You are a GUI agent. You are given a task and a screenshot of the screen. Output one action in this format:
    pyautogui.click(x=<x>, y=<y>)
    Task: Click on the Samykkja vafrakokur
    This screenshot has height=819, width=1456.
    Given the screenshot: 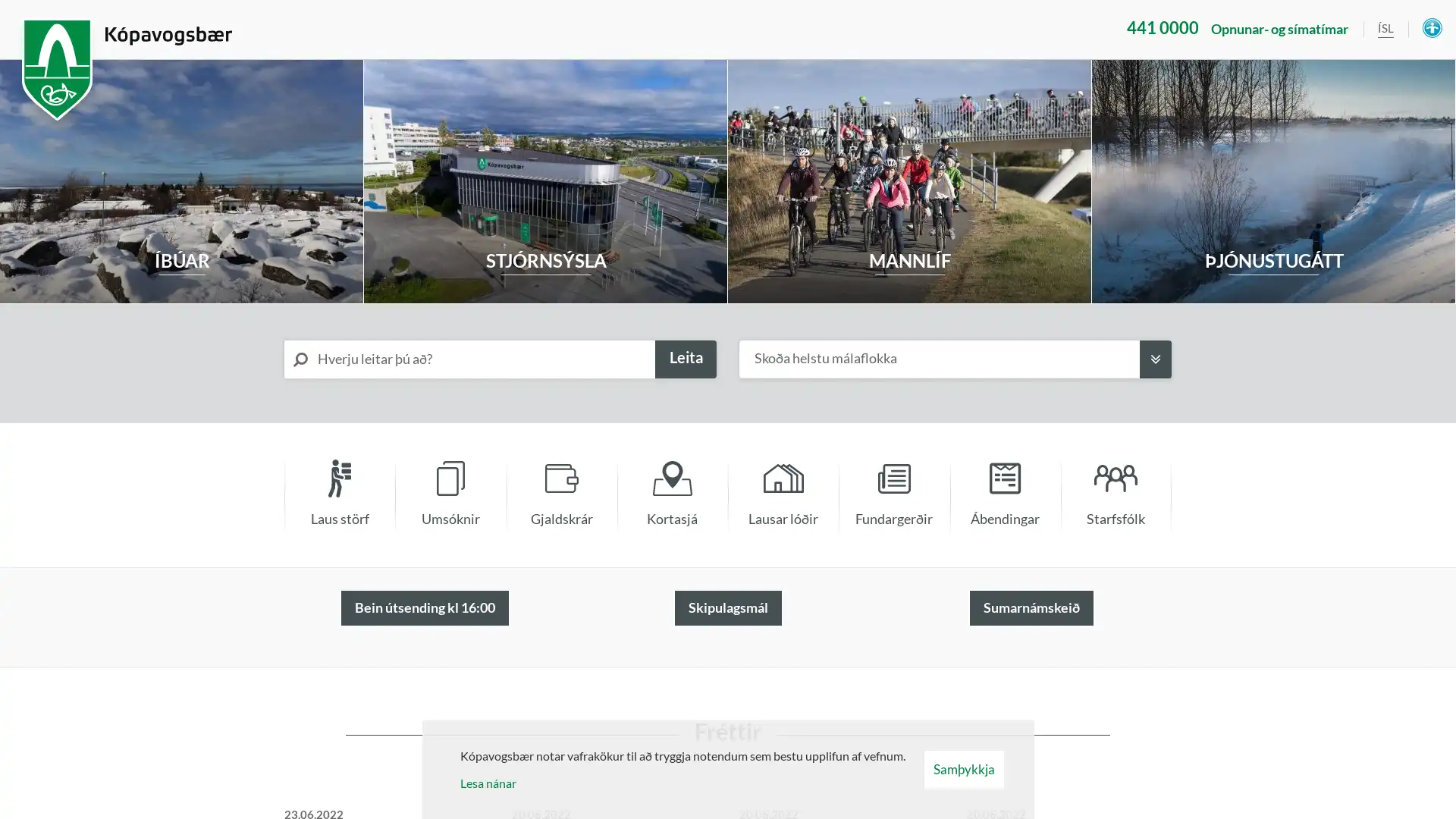 What is the action you would take?
    pyautogui.click(x=962, y=769)
    